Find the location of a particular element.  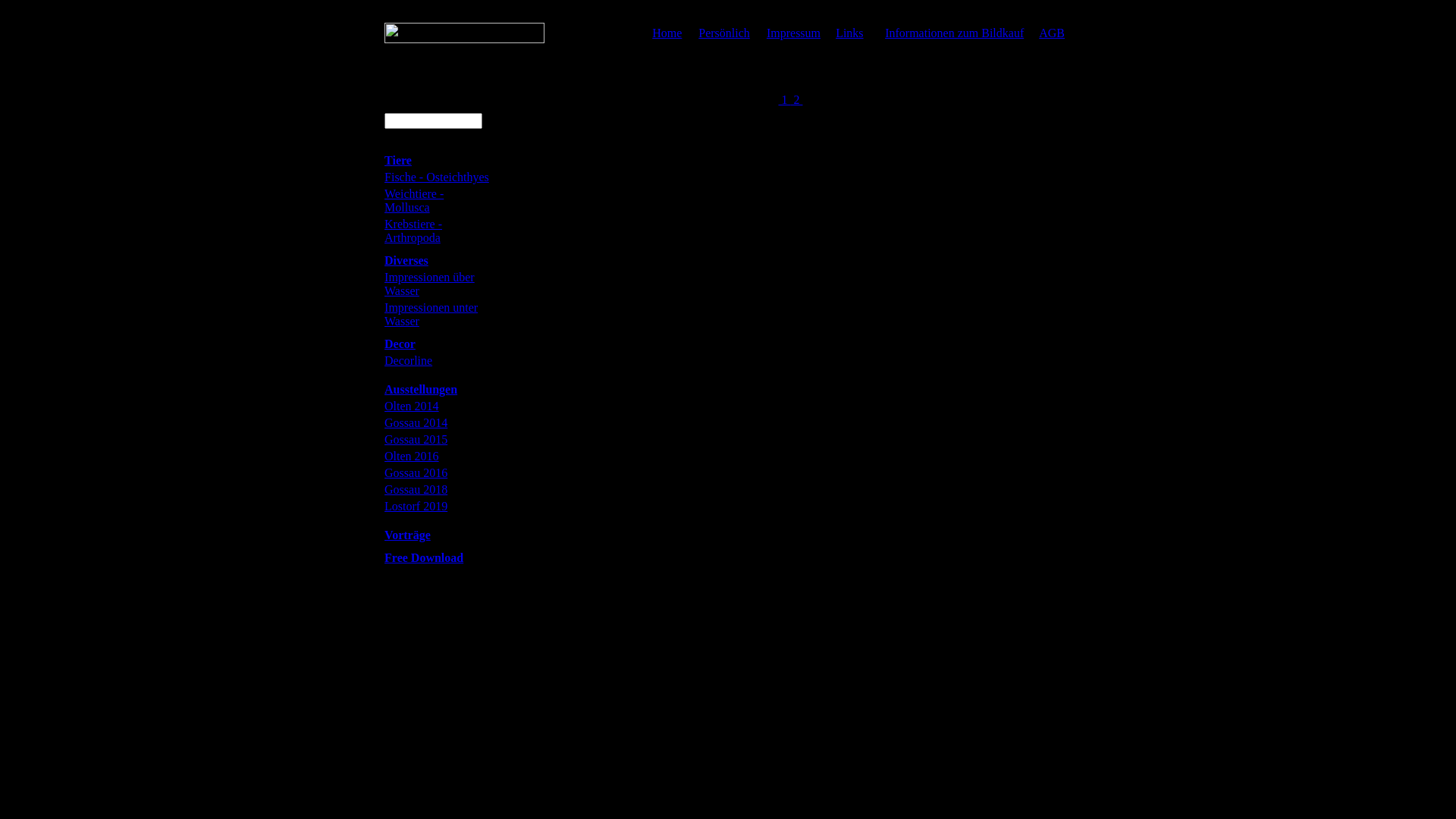

' 1 ' is located at coordinates (778, 99).